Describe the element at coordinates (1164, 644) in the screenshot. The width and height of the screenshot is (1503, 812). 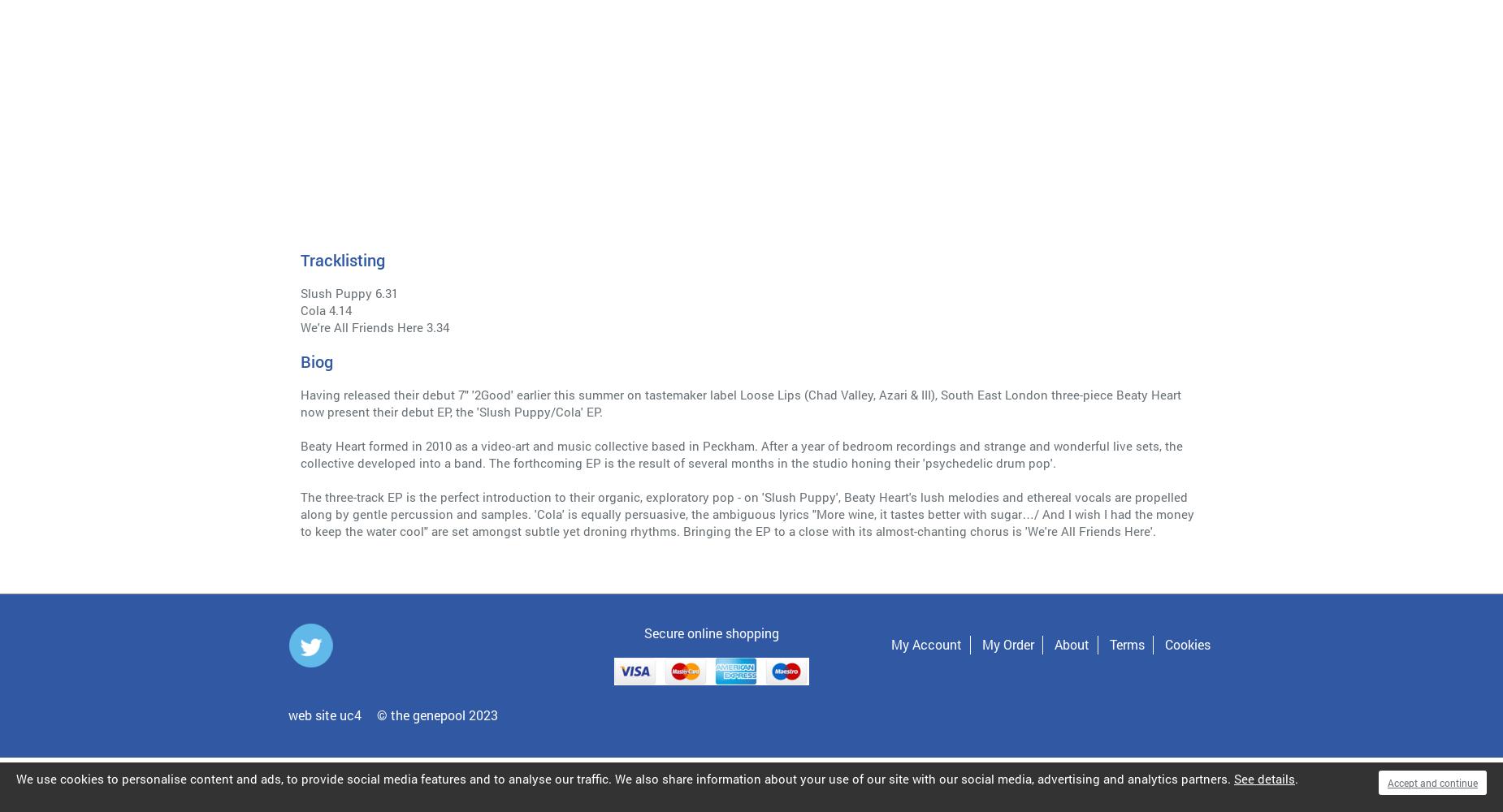
I see `'Cookies'` at that location.